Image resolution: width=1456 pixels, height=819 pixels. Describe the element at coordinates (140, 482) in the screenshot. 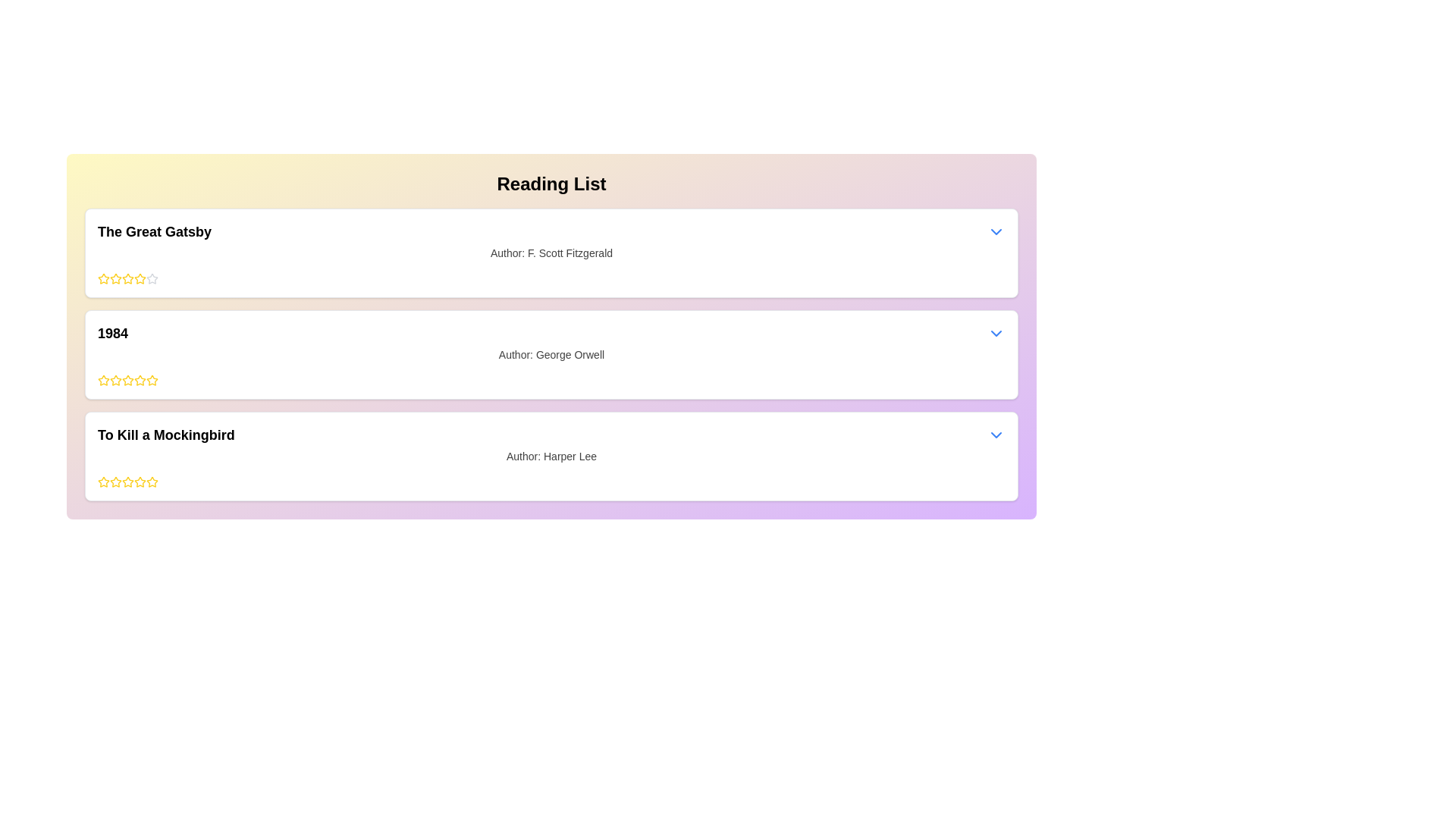

I see `the second star-shaped rating icon in the five-star rating scale below the 'To Kill a Mockingbird' header` at that location.